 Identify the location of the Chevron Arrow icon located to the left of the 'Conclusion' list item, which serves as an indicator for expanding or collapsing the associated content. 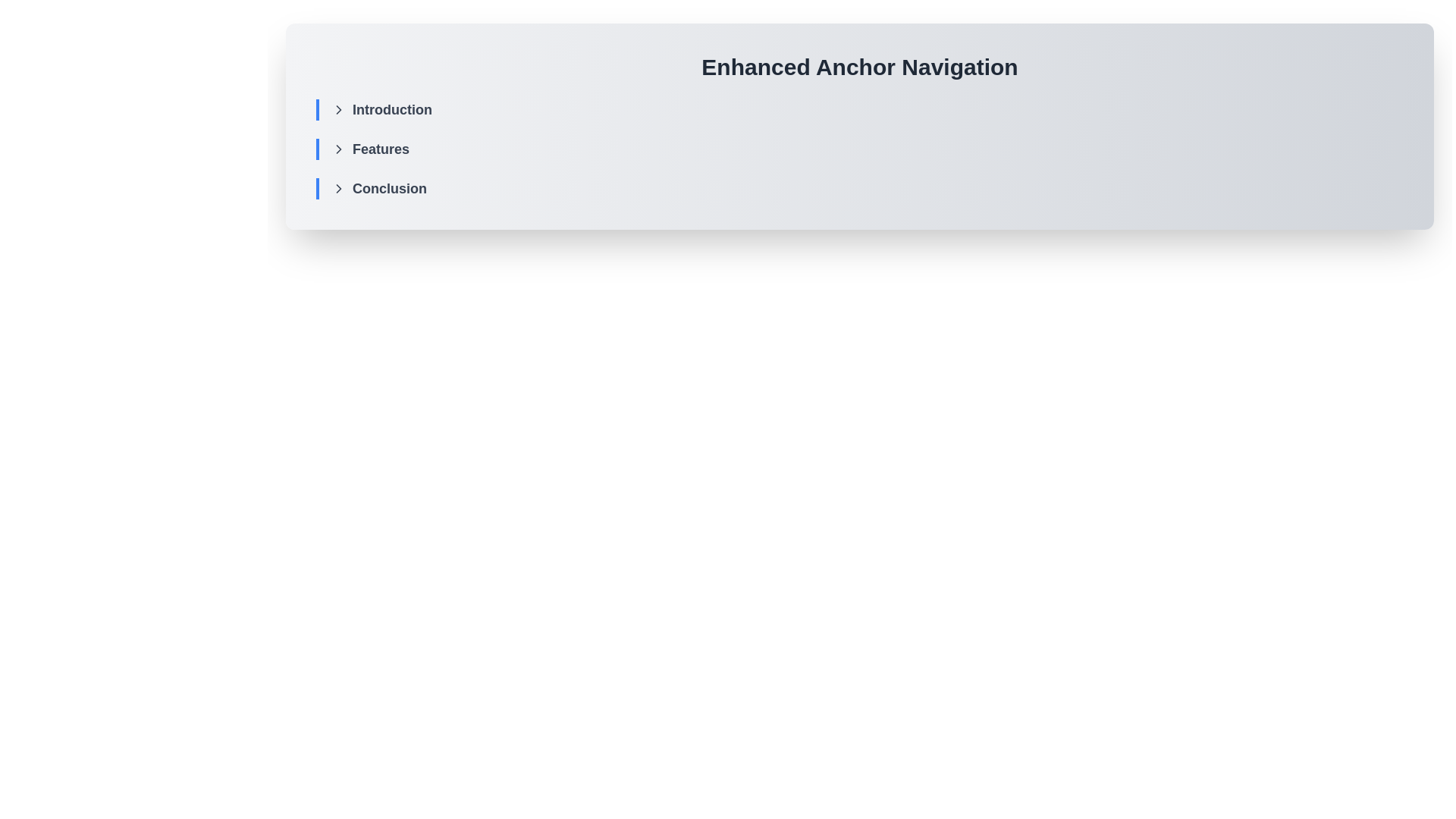
(337, 188).